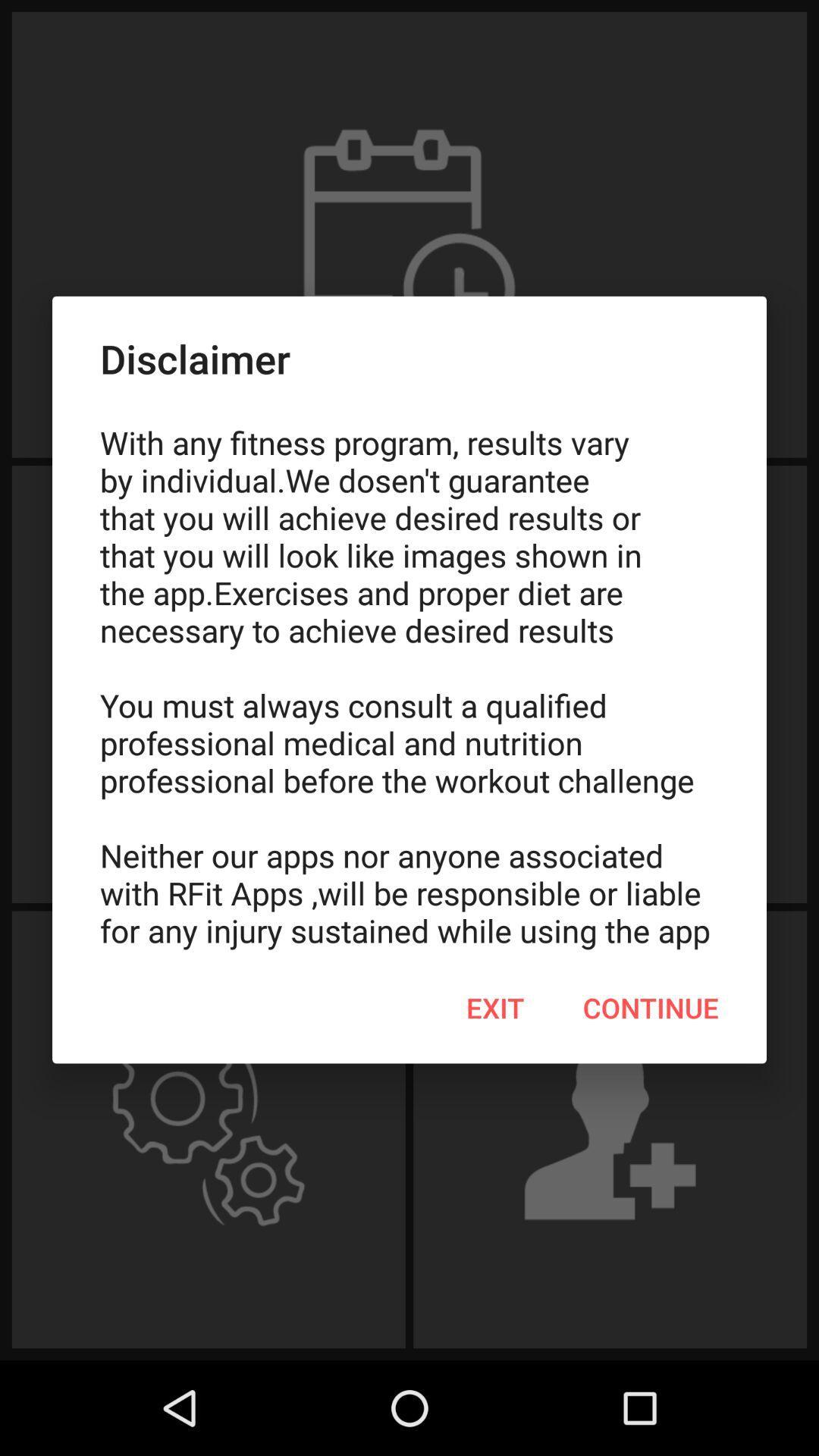  What do you see at coordinates (495, 1008) in the screenshot?
I see `icon to the left of the continue icon` at bounding box center [495, 1008].